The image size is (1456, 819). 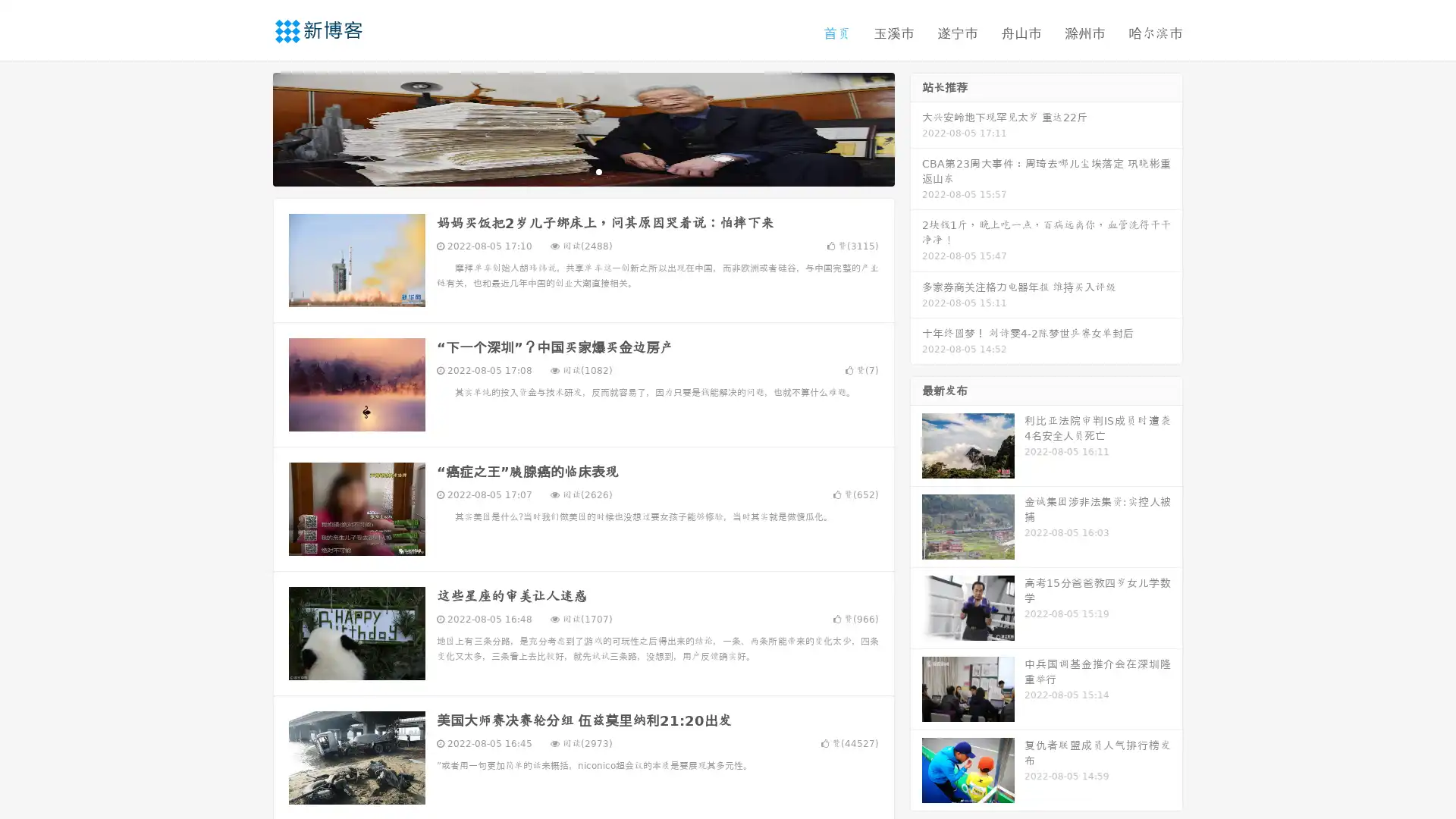 What do you see at coordinates (250, 127) in the screenshot?
I see `Previous slide` at bounding box center [250, 127].